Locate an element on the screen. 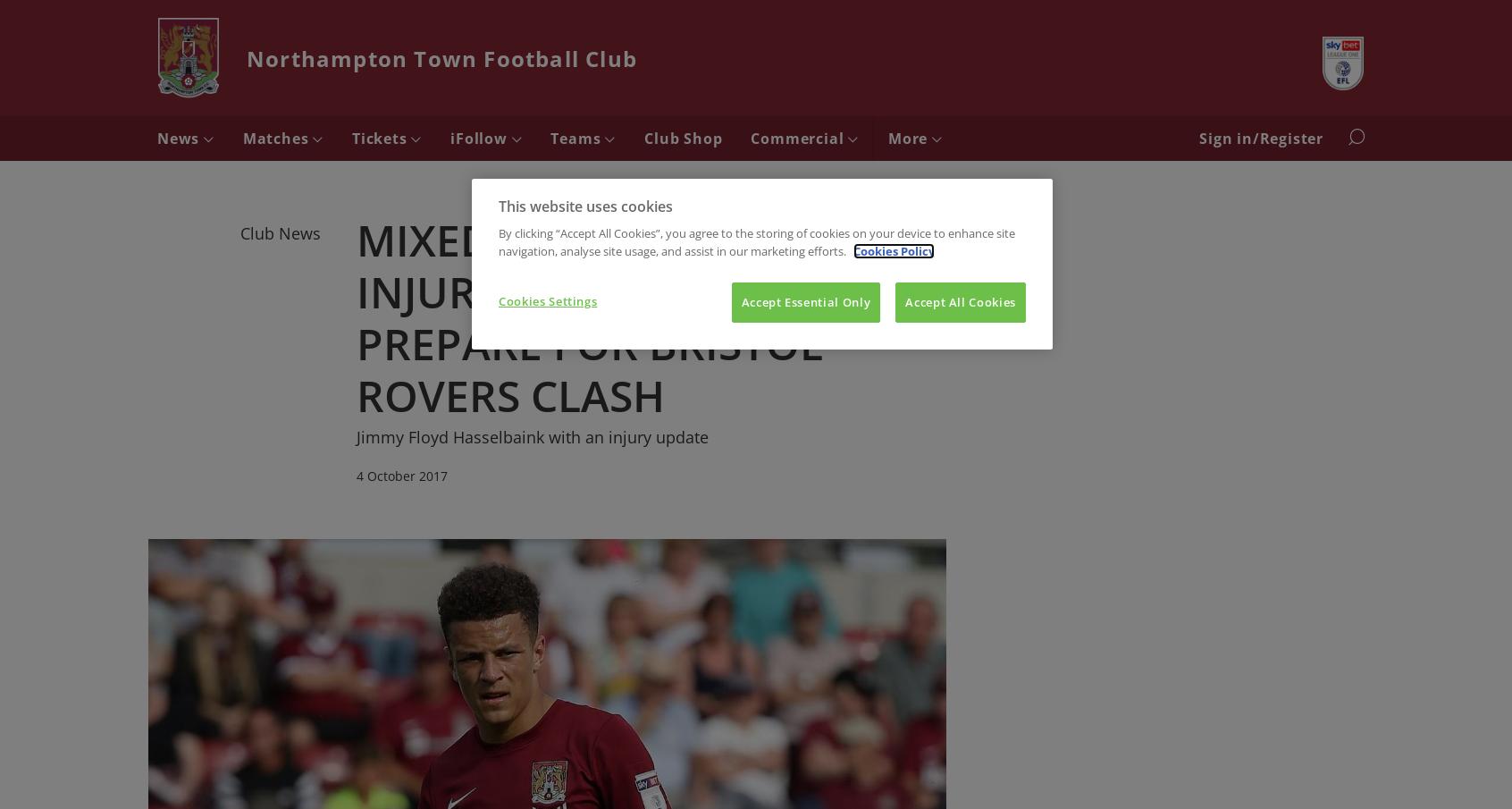 Image resolution: width=1512 pixels, height=809 pixels. '4 October 2017' is located at coordinates (401, 474).